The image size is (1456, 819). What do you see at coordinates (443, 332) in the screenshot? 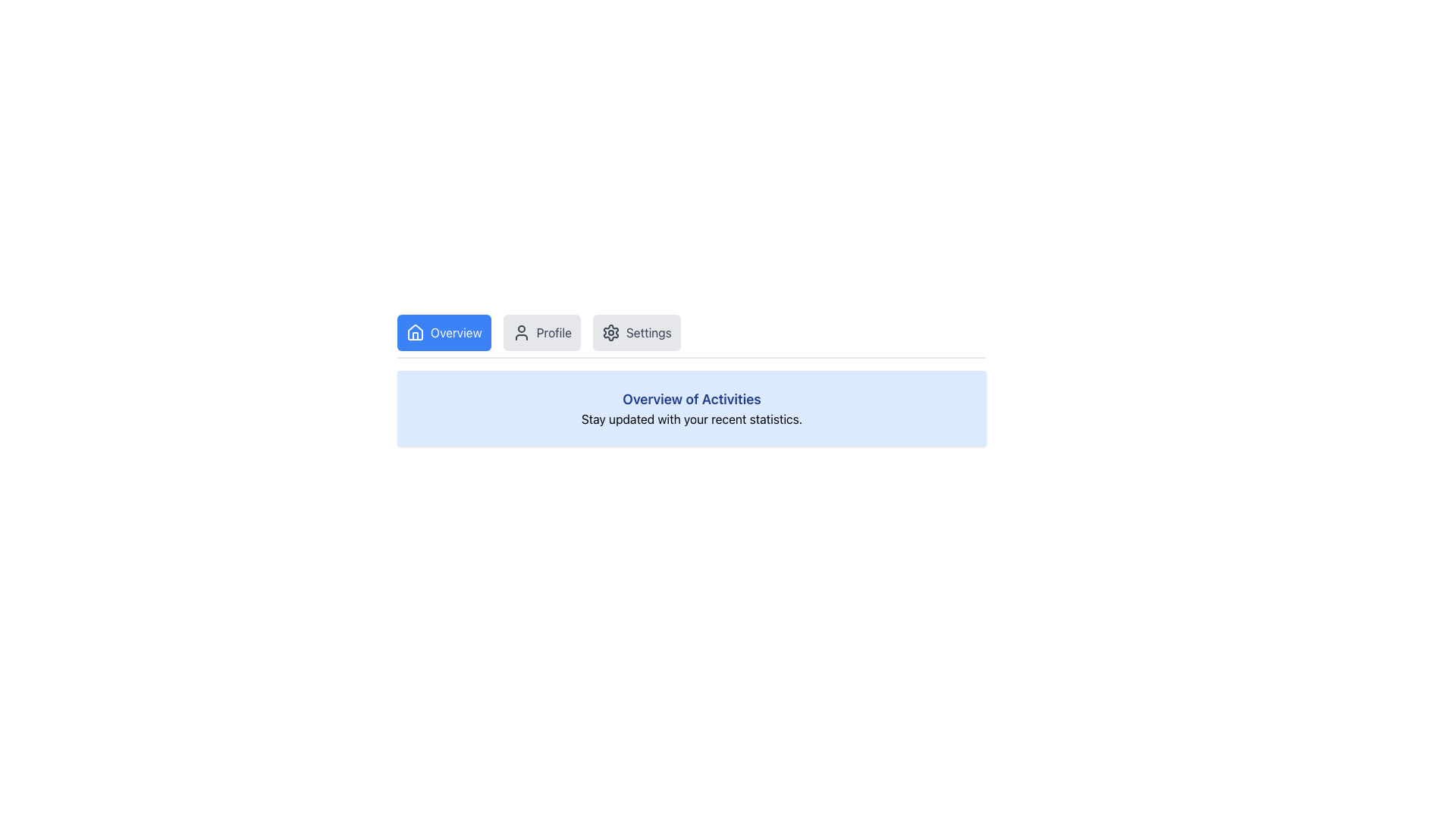
I see `the 'Overview' navigation button located at the top-left of the bordered section` at bounding box center [443, 332].